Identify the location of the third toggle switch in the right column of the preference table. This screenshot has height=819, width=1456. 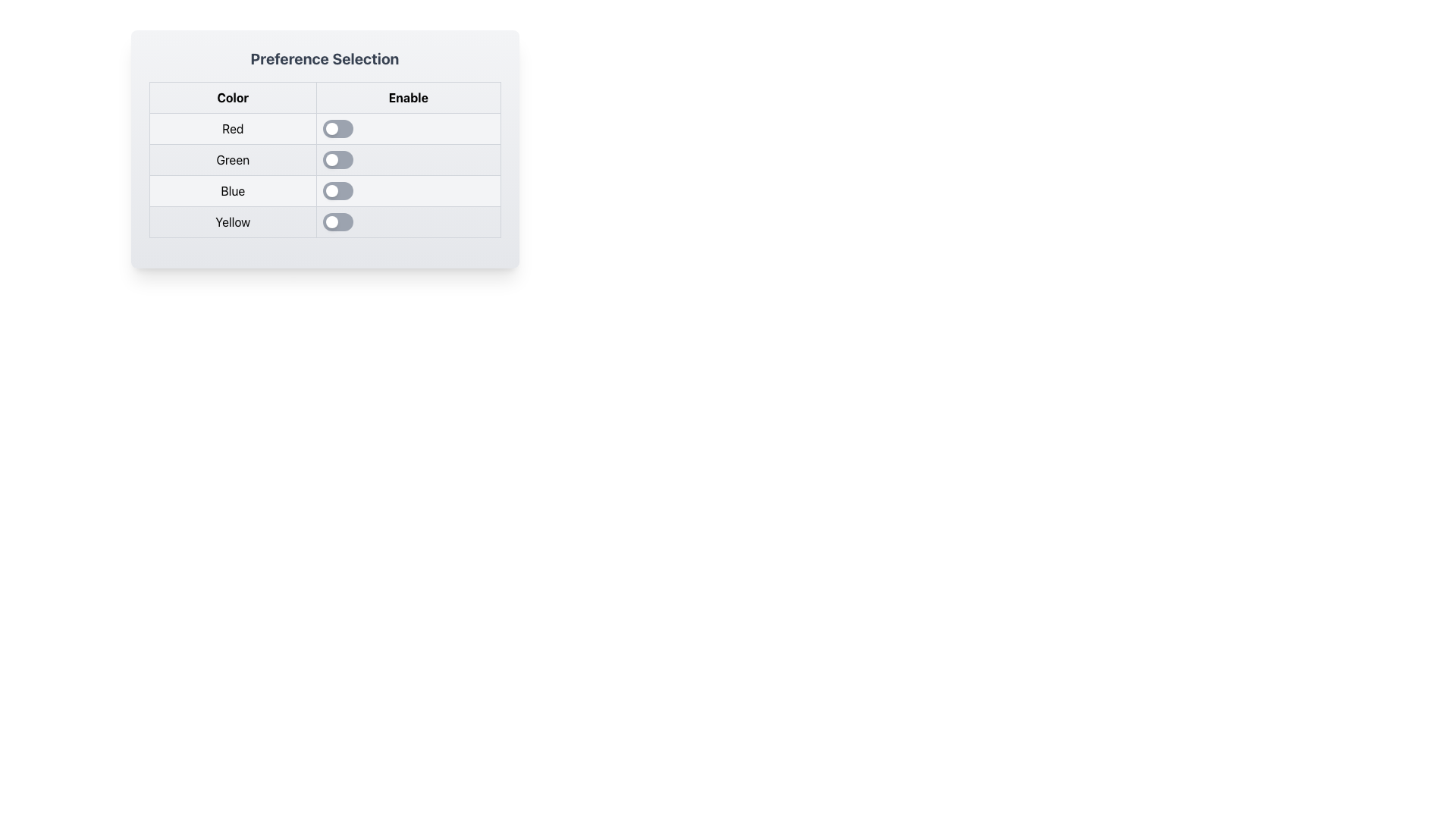
(324, 190).